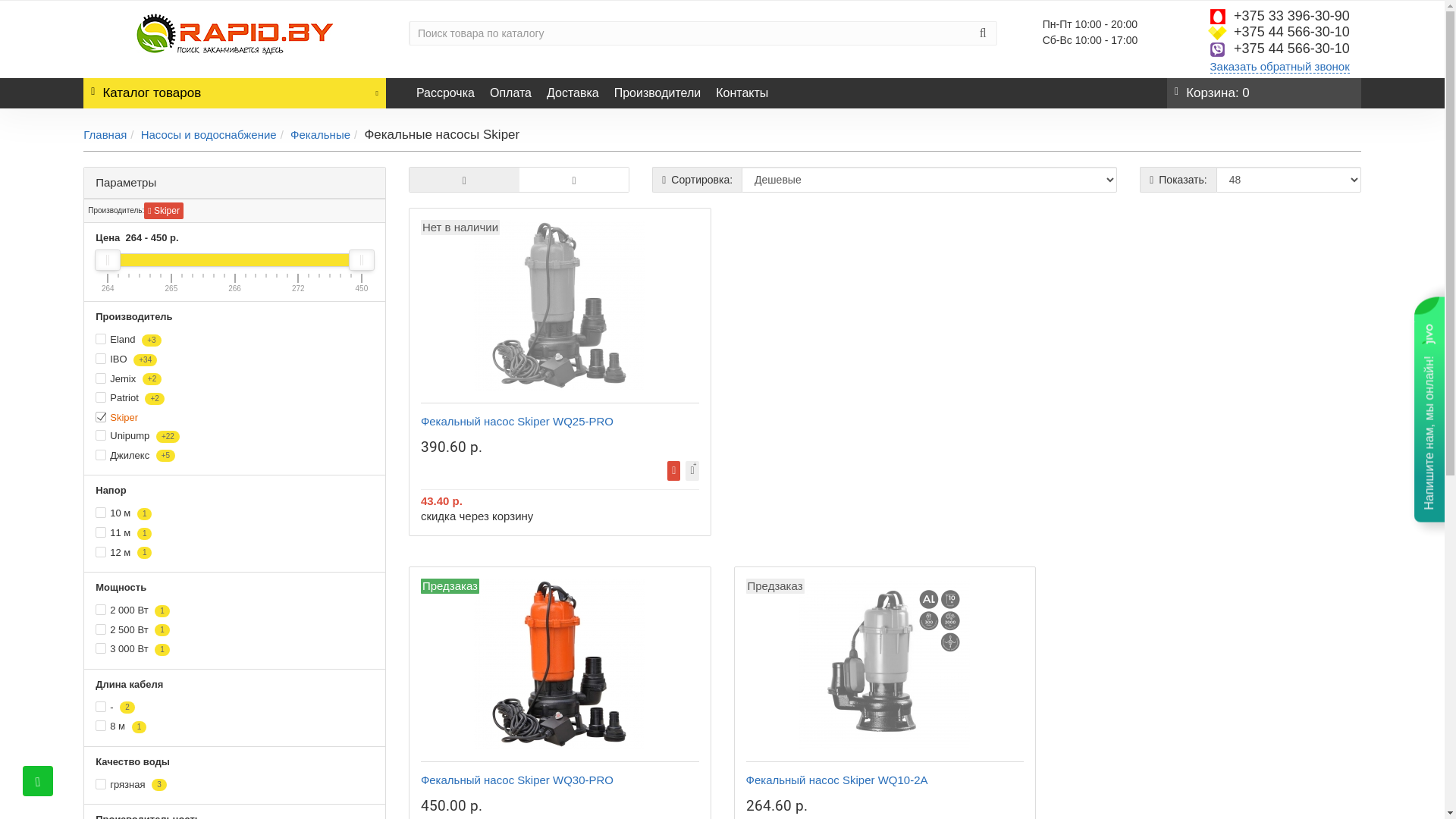 The image size is (1456, 819). Describe the element at coordinates (164, 210) in the screenshot. I see `'Skiper'` at that location.